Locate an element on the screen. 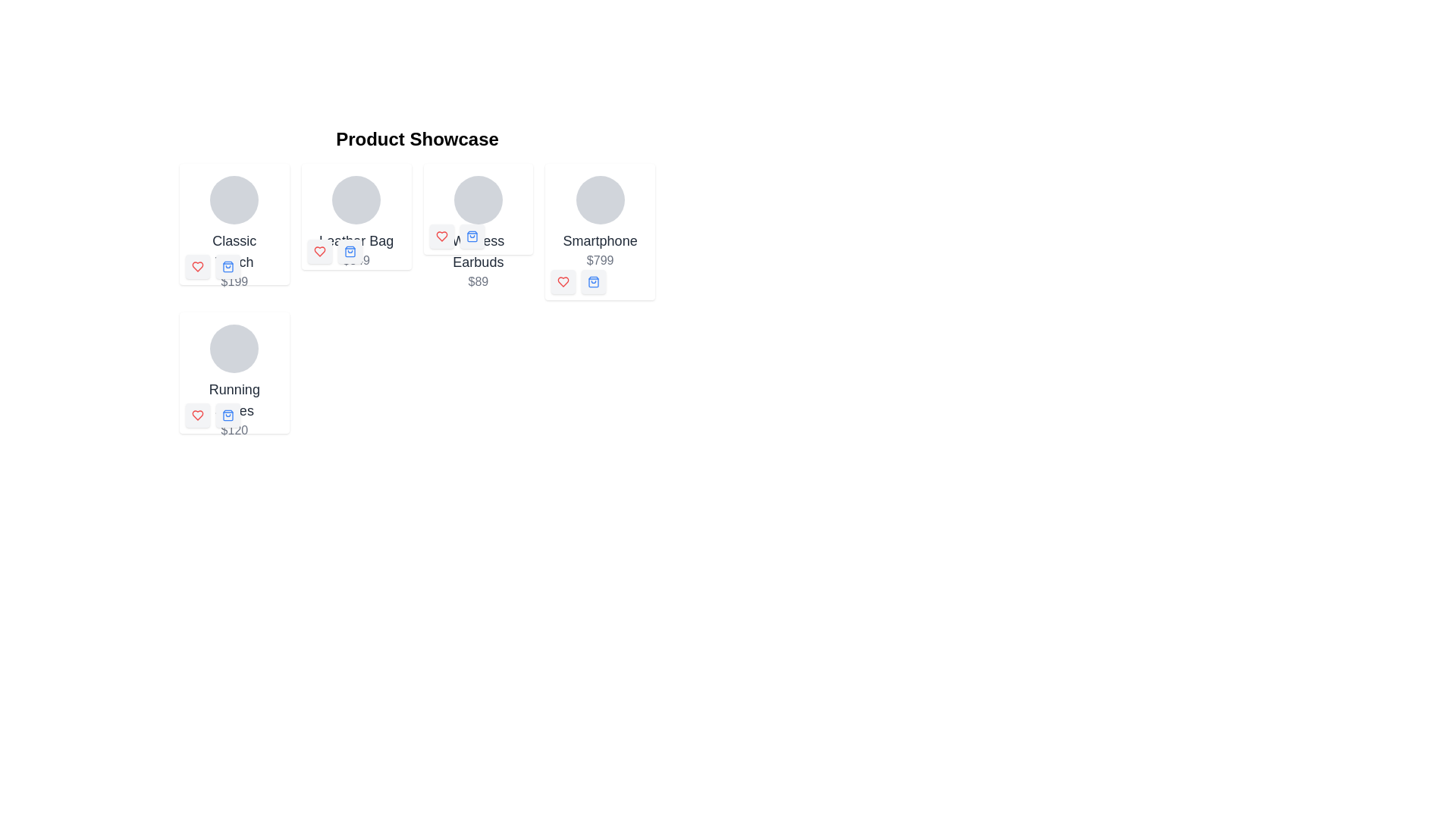  the heart button is located at coordinates (318, 250).